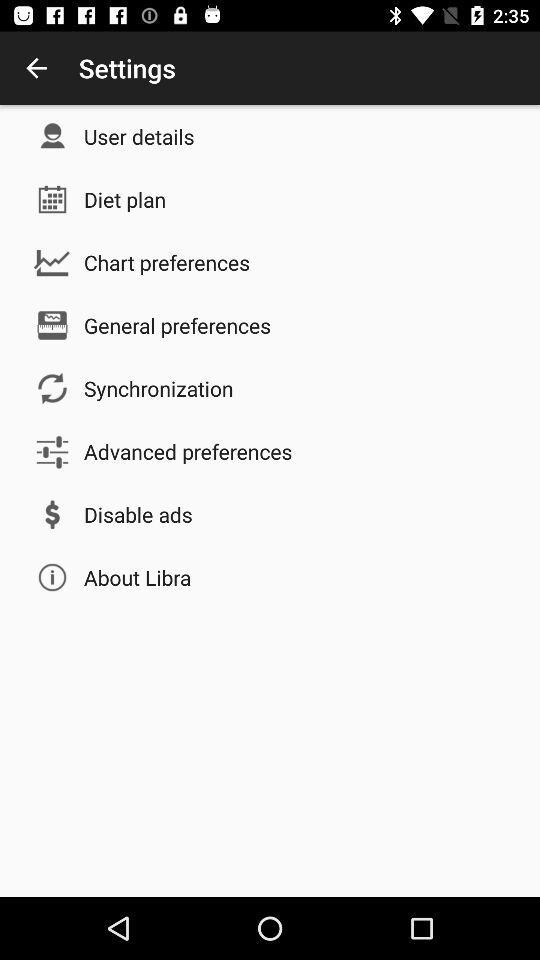 This screenshot has height=960, width=540. What do you see at coordinates (138, 135) in the screenshot?
I see `the user details item` at bounding box center [138, 135].